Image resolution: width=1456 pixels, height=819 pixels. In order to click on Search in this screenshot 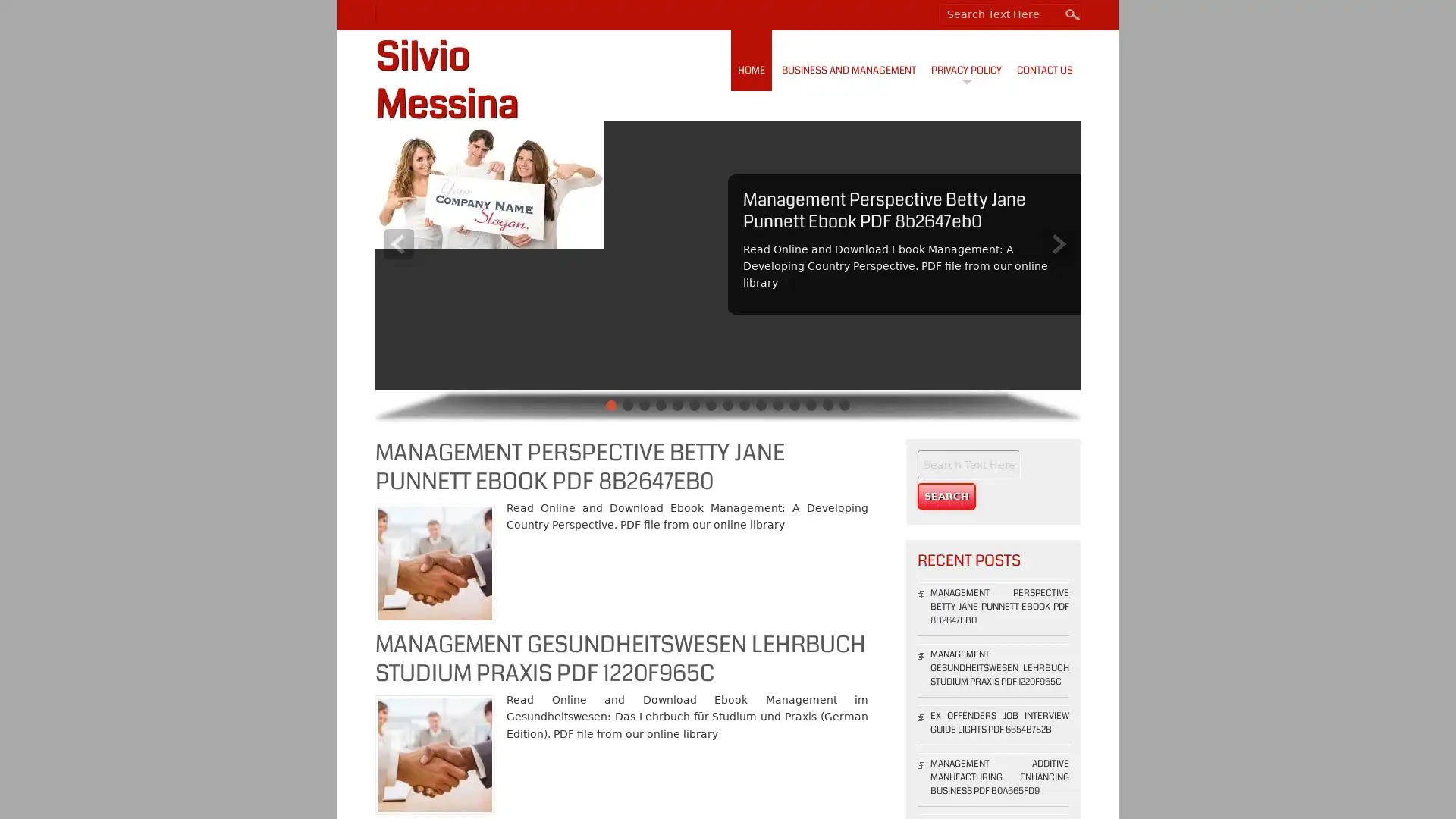, I will do `click(946, 496)`.